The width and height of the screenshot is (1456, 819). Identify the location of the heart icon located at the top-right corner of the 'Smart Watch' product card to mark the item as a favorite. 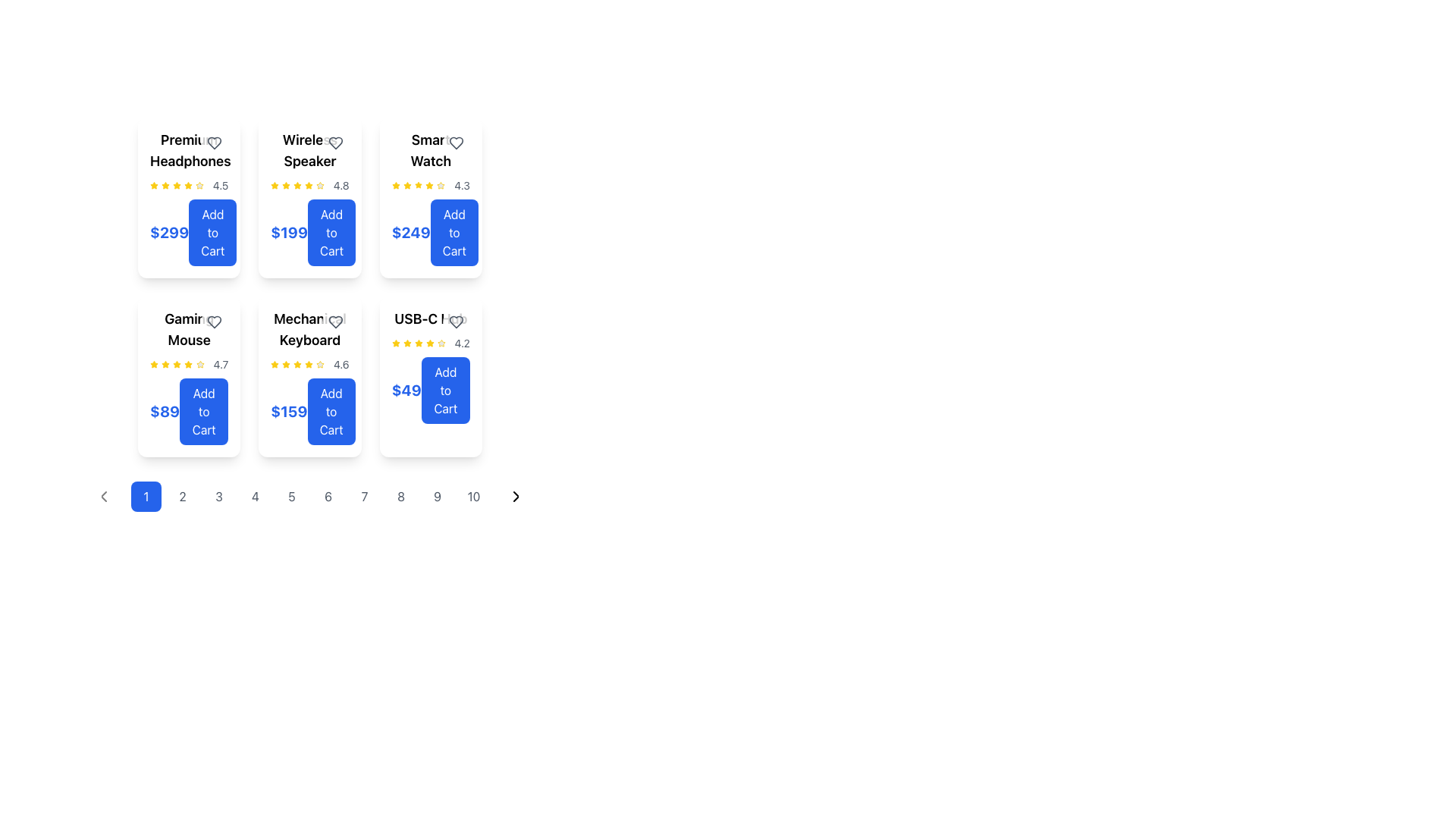
(455, 143).